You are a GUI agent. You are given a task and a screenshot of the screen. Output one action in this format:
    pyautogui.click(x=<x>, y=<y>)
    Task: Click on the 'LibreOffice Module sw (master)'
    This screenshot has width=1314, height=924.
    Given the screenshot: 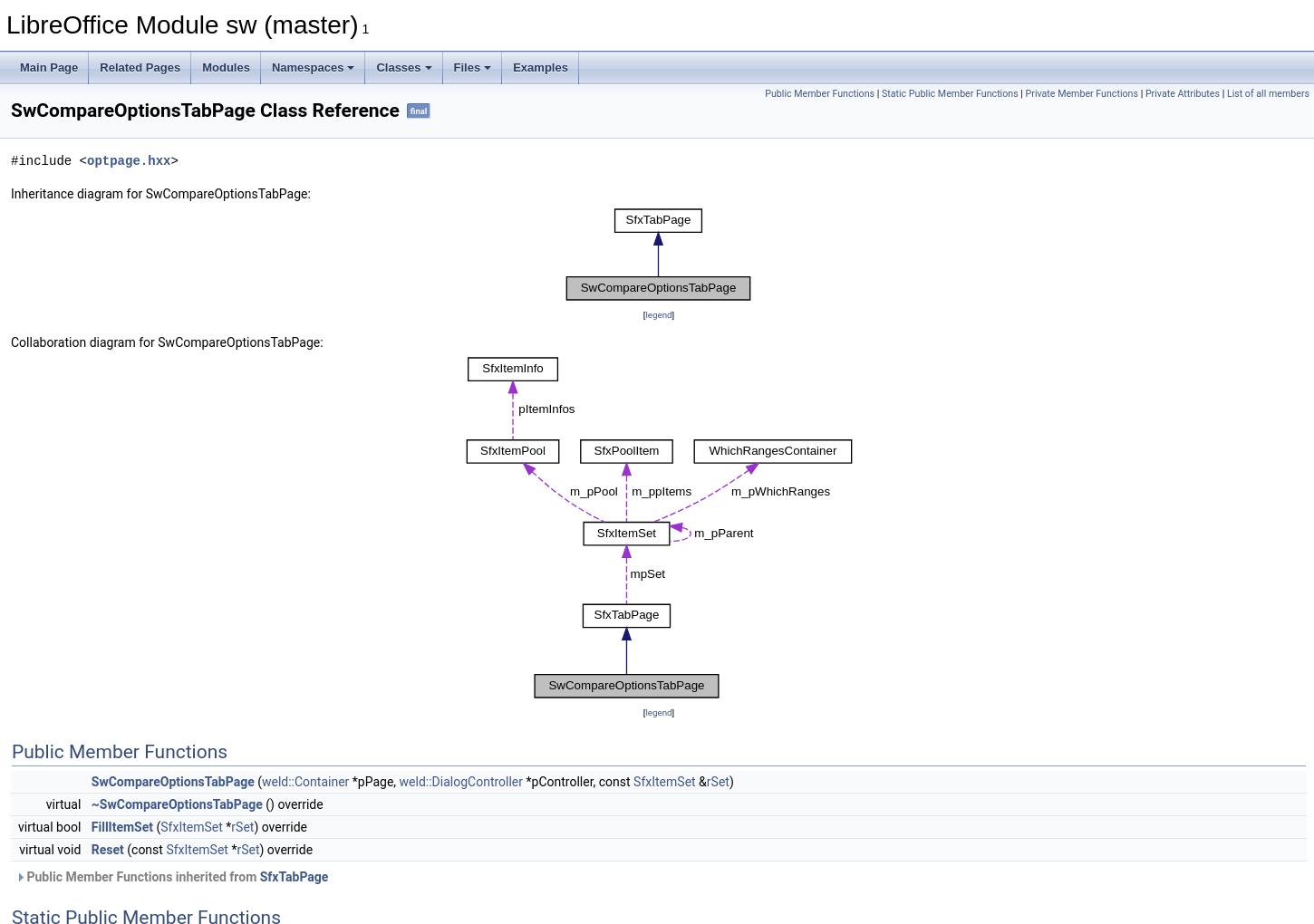 What is the action you would take?
    pyautogui.click(x=180, y=24)
    